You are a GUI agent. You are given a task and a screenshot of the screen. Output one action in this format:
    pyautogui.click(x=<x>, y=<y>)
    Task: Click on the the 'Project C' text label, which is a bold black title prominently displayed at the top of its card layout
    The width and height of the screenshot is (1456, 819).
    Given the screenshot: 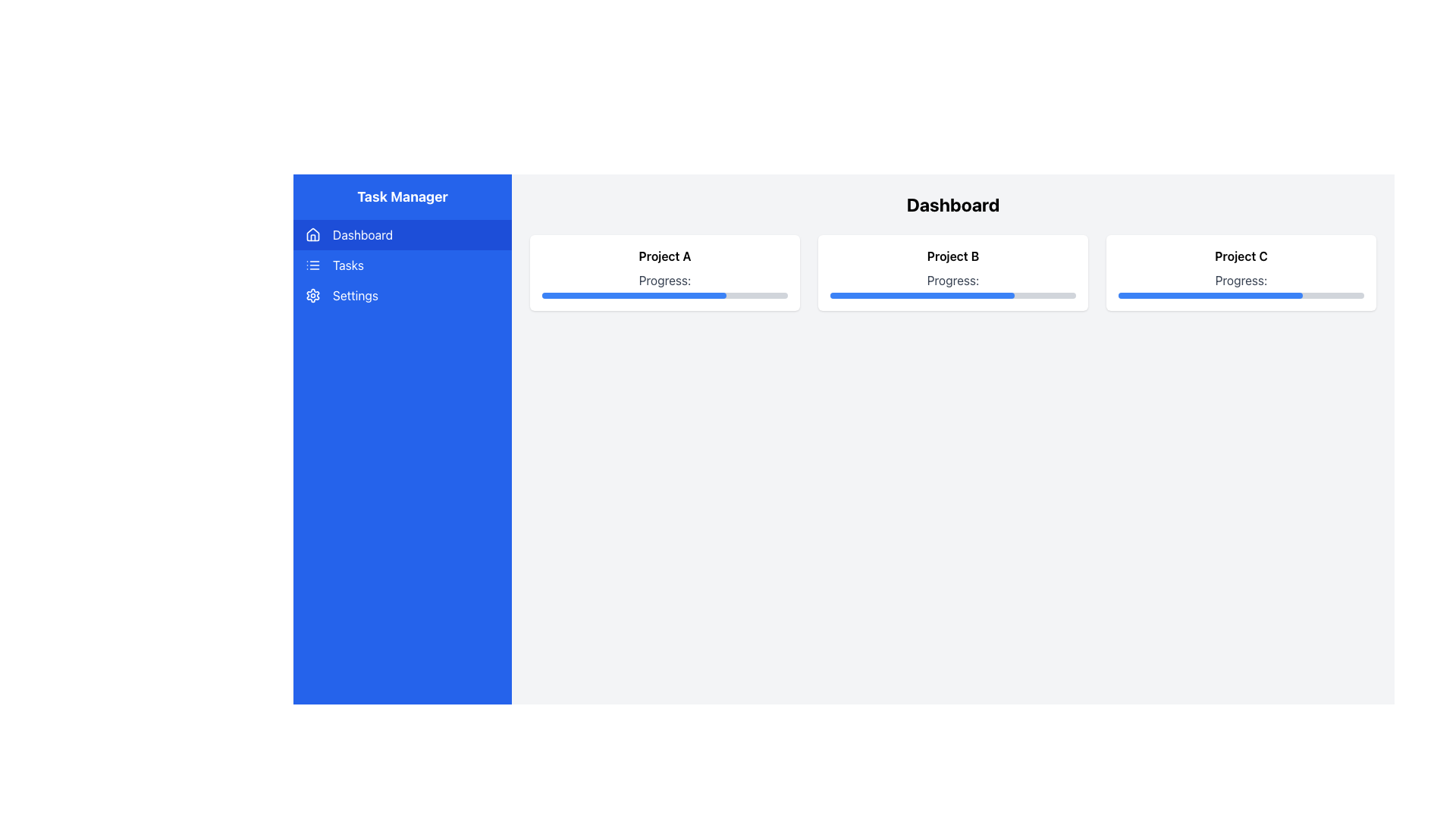 What is the action you would take?
    pyautogui.click(x=1241, y=256)
    